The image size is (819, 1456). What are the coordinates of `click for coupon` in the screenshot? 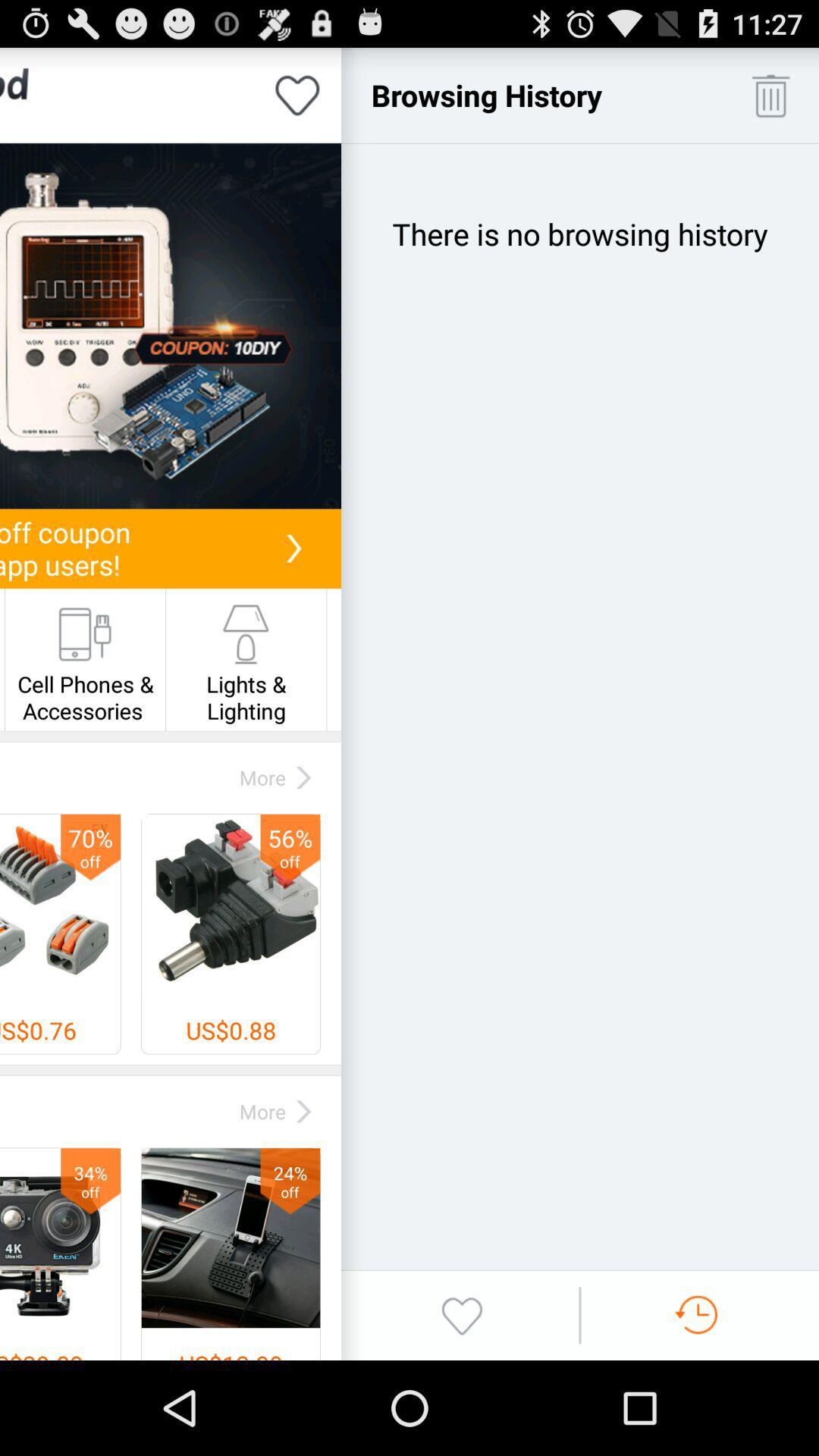 It's located at (170, 325).